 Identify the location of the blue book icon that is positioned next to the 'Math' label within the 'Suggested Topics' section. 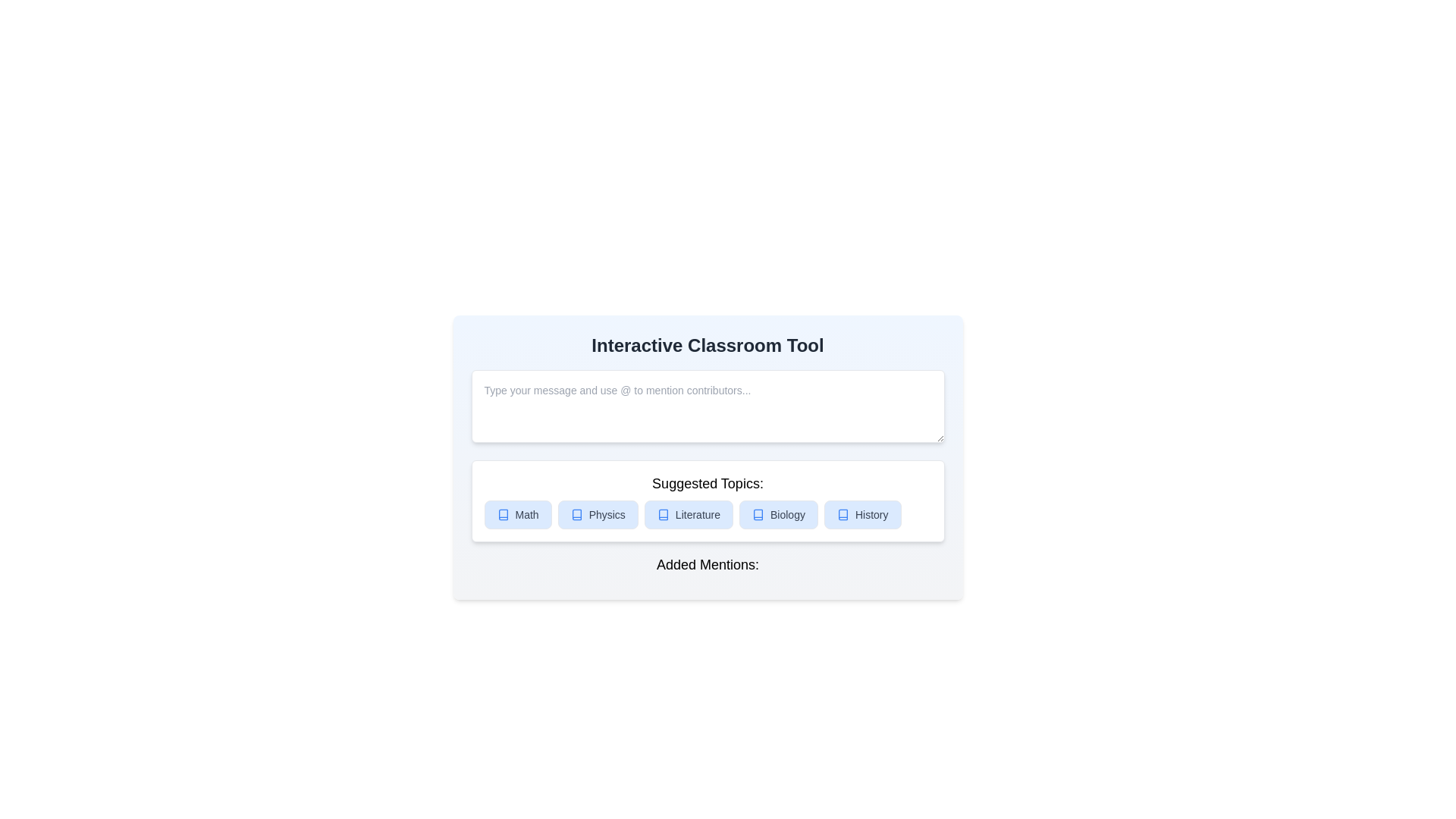
(503, 513).